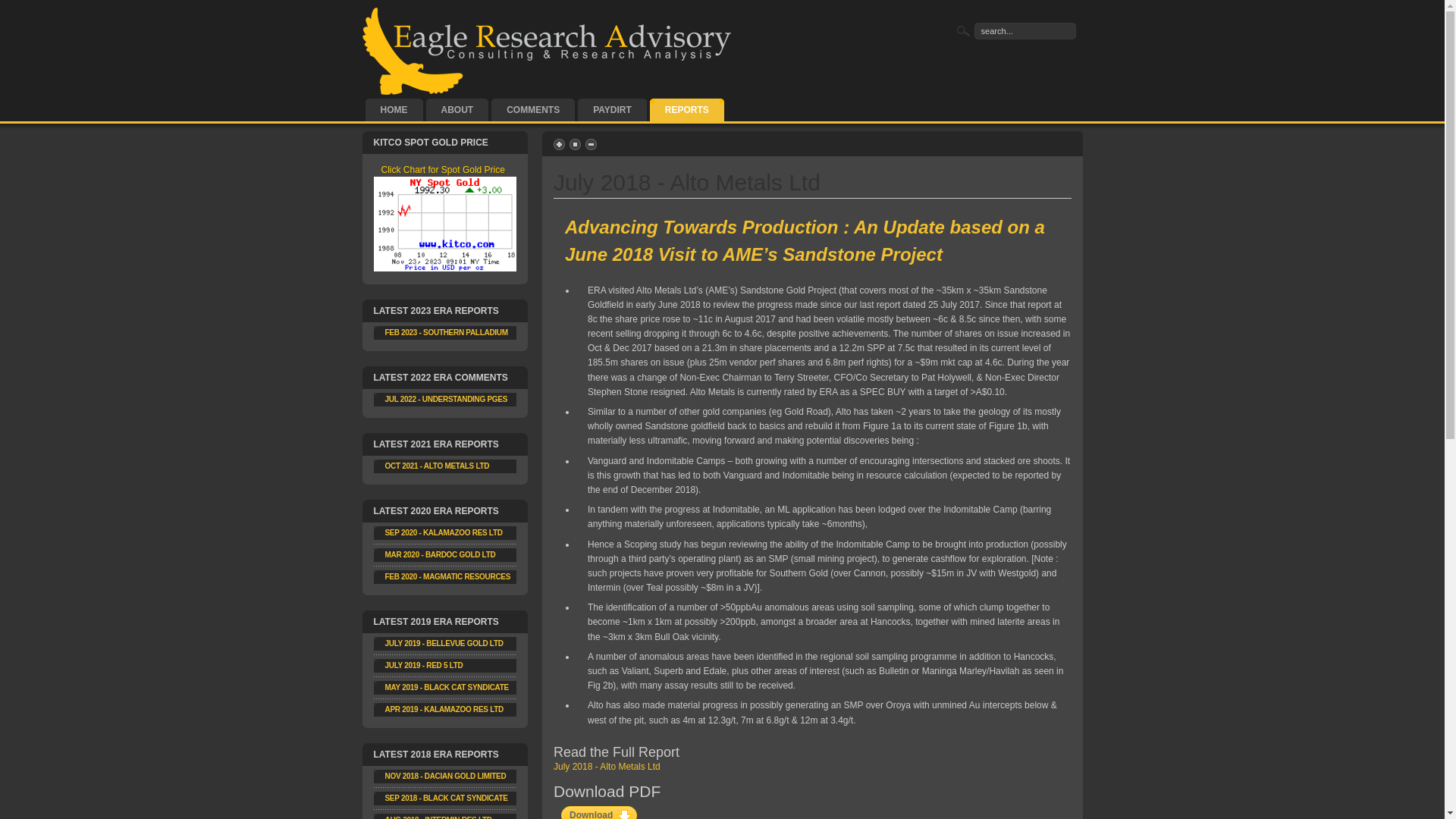 The image size is (1456, 819). What do you see at coordinates (443, 643) in the screenshot?
I see `'JULY 2019 - BELLEVUE GOLD LTD'` at bounding box center [443, 643].